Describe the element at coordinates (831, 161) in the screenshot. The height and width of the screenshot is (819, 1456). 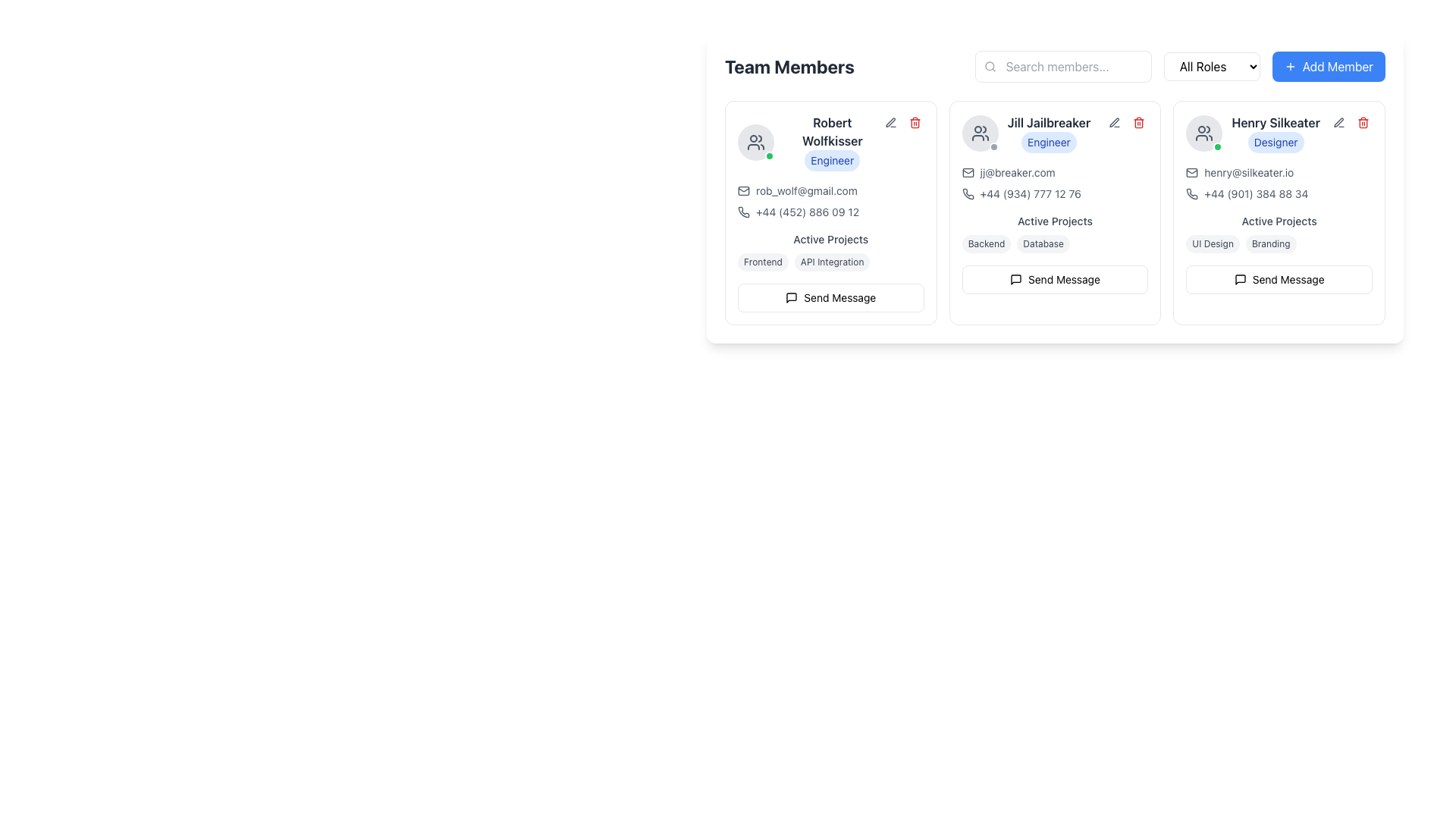
I see `the small badge or label with a light blue background and blue text saying 'Engineer', located below 'Robert Wolfkisser' in the 'Team Members' section` at that location.